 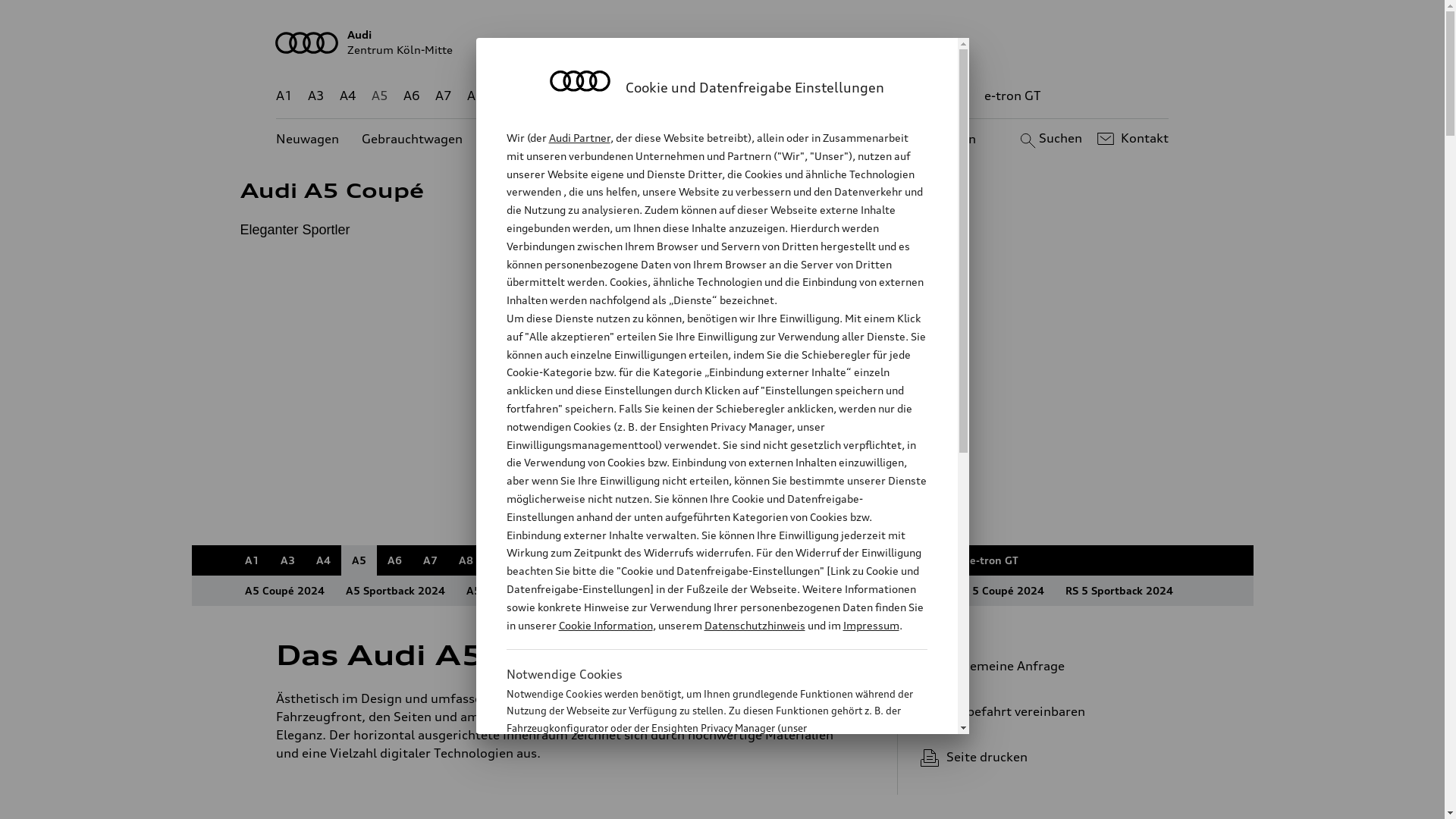 I want to click on 'A6', so click(x=394, y=560).